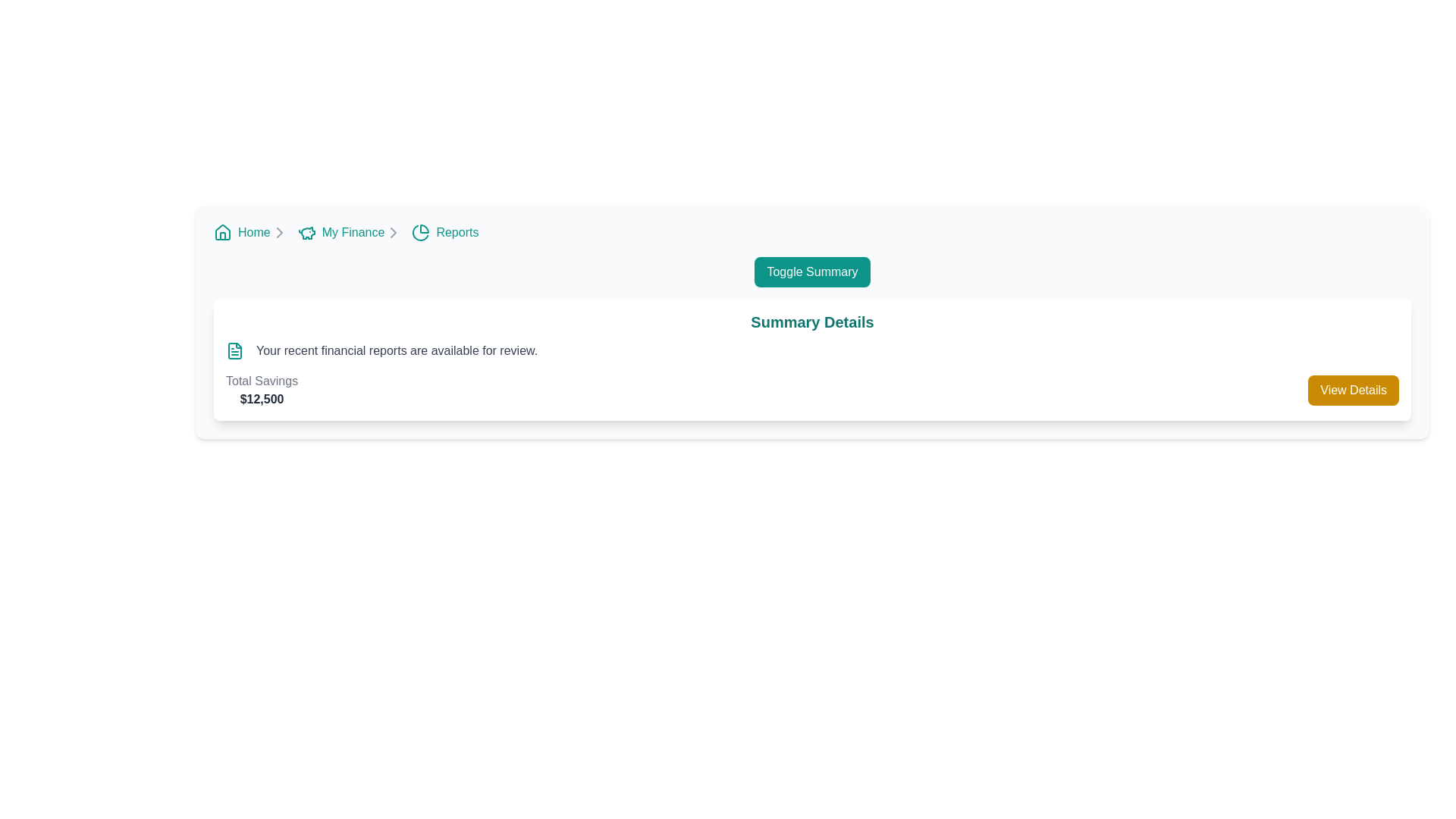  I want to click on the visual separator icon located in the breadcrumb navigation bar between 'My Finance' and 'Reports', so click(279, 233).